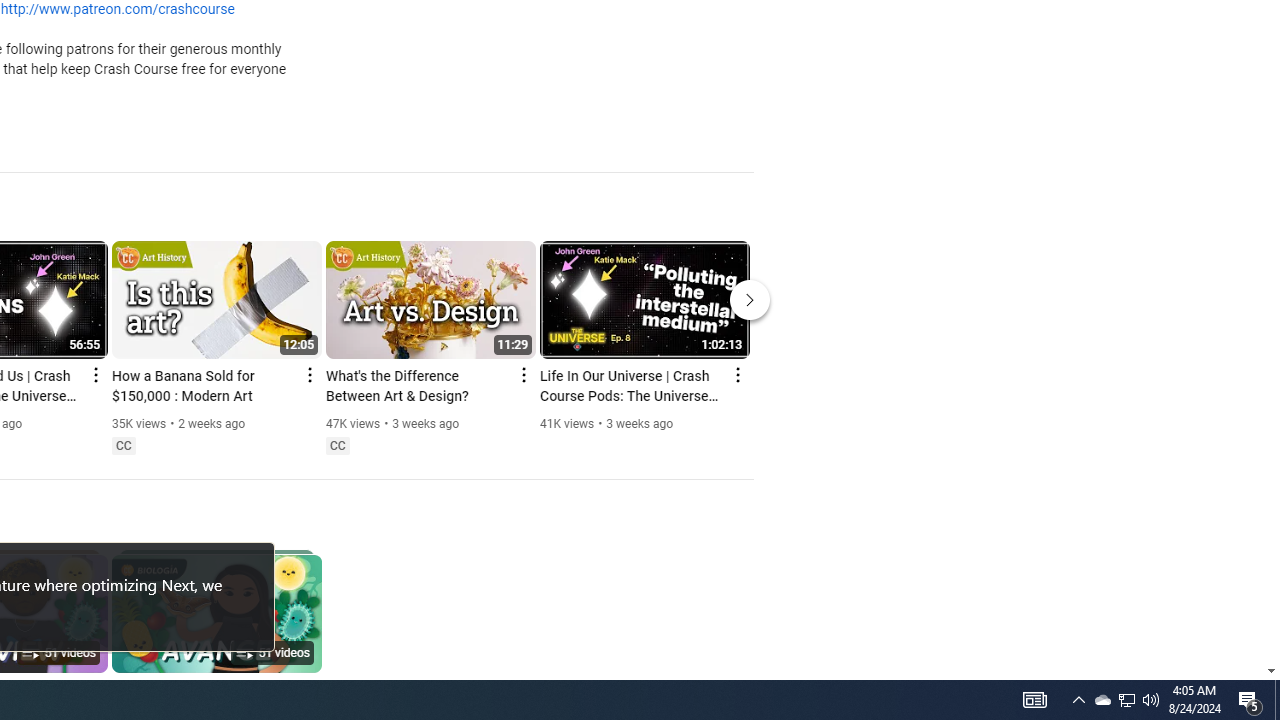 The height and width of the screenshot is (720, 1280). Describe the element at coordinates (116, 10) in the screenshot. I see `'http://www.patreon.com/crashcourse'` at that location.